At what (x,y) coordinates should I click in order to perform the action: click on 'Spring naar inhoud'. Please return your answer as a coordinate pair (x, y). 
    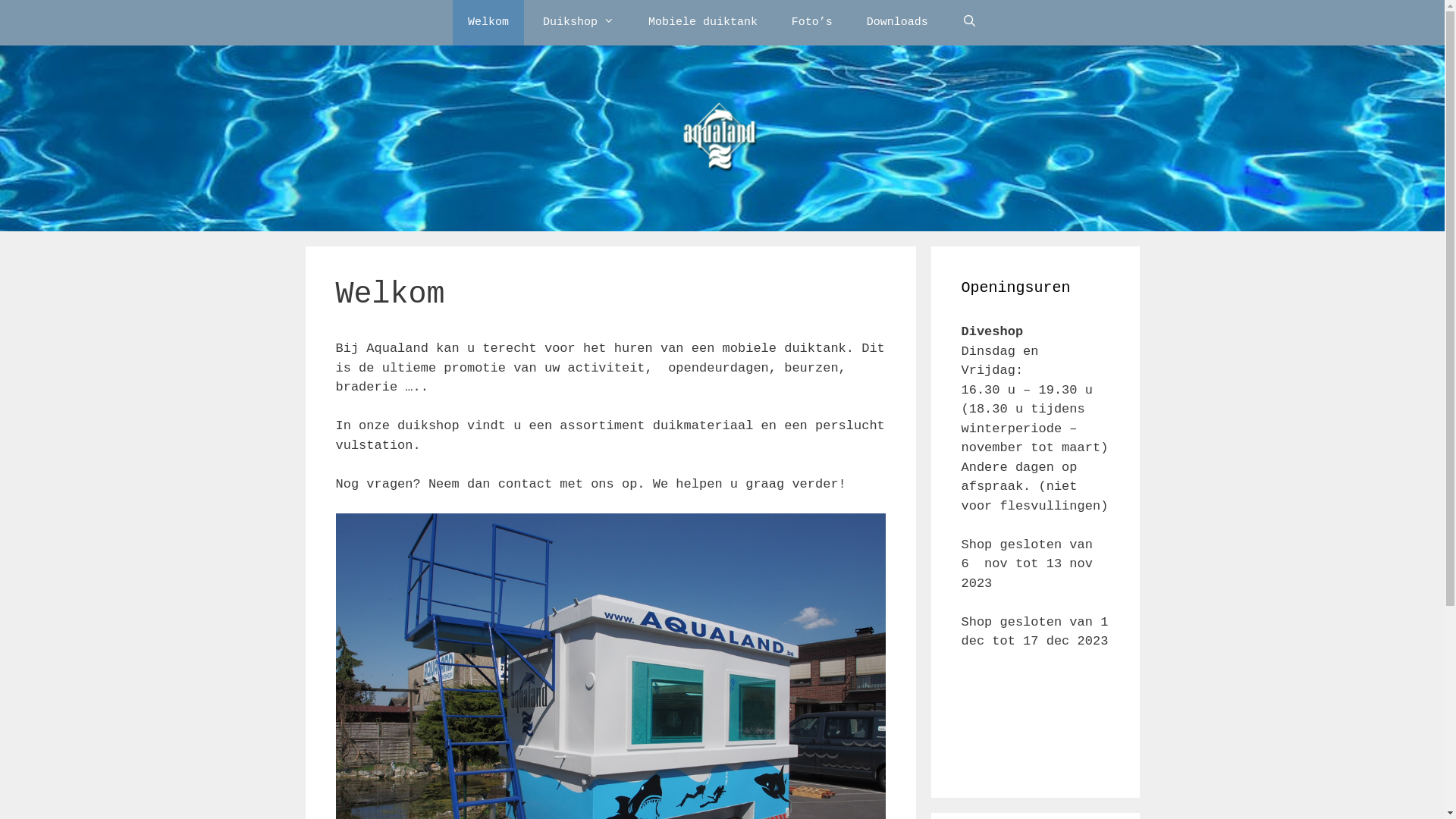
    Looking at the image, I should click on (0, 0).